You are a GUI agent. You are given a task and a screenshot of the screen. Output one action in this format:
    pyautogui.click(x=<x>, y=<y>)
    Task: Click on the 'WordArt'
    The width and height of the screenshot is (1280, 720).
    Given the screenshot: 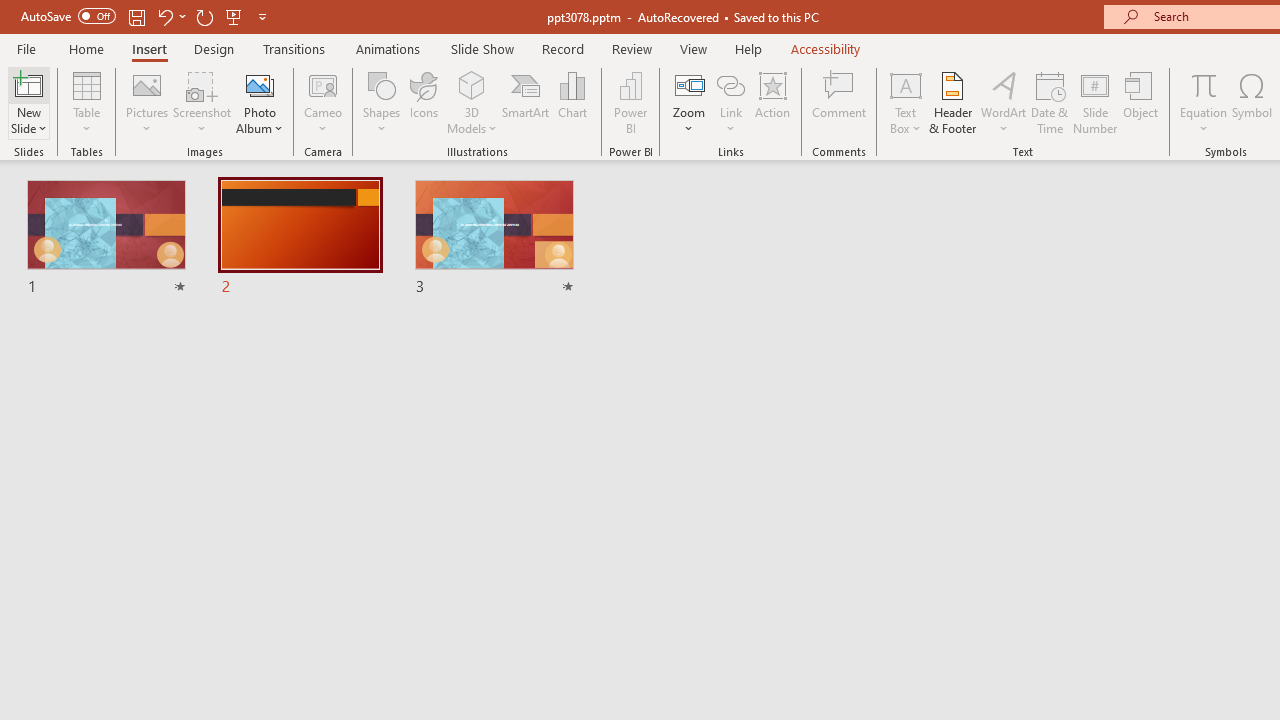 What is the action you would take?
    pyautogui.click(x=1004, y=103)
    